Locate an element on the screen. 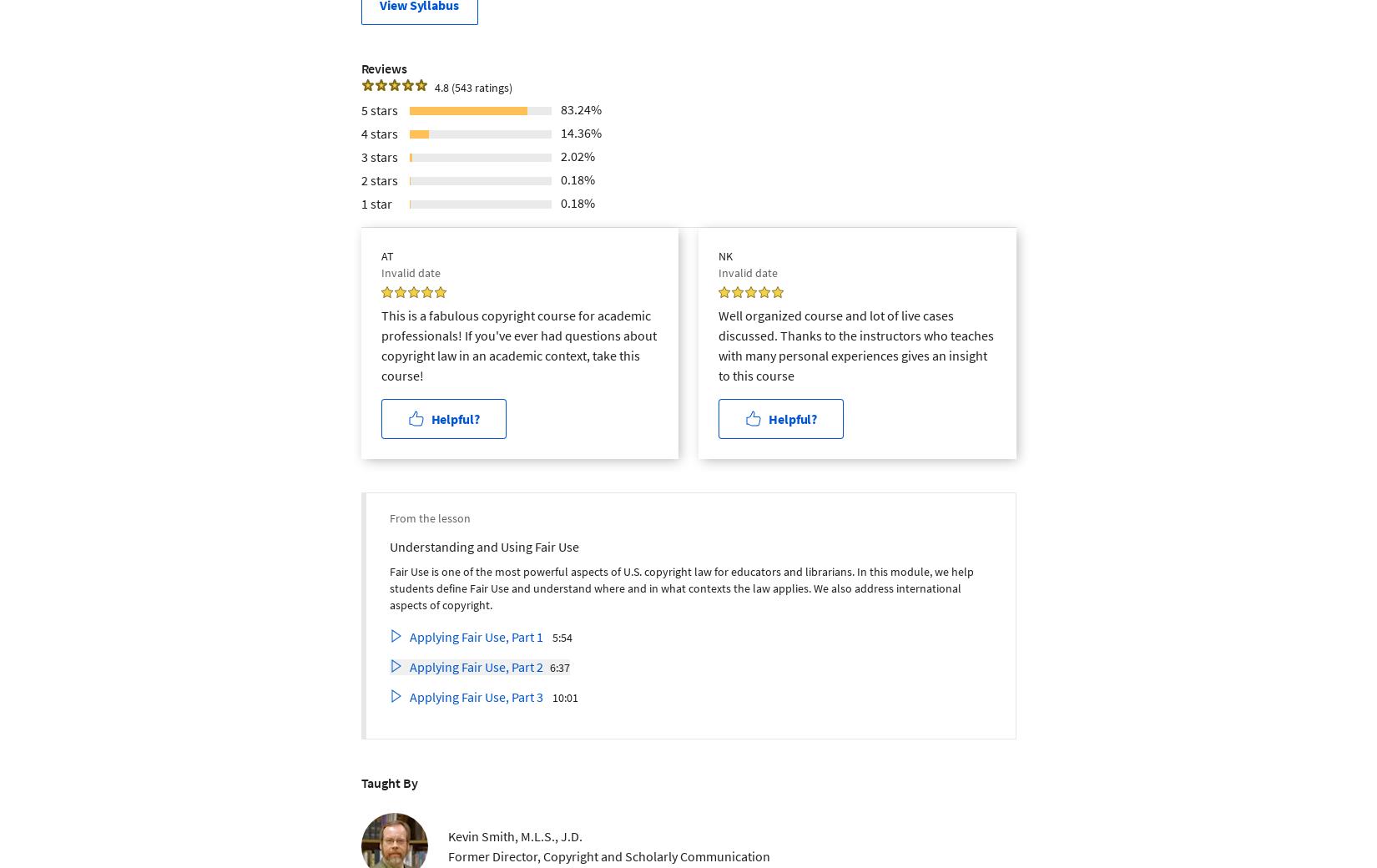 Image resolution: width=1377 pixels, height=868 pixels. '83.24%' is located at coordinates (579, 108).